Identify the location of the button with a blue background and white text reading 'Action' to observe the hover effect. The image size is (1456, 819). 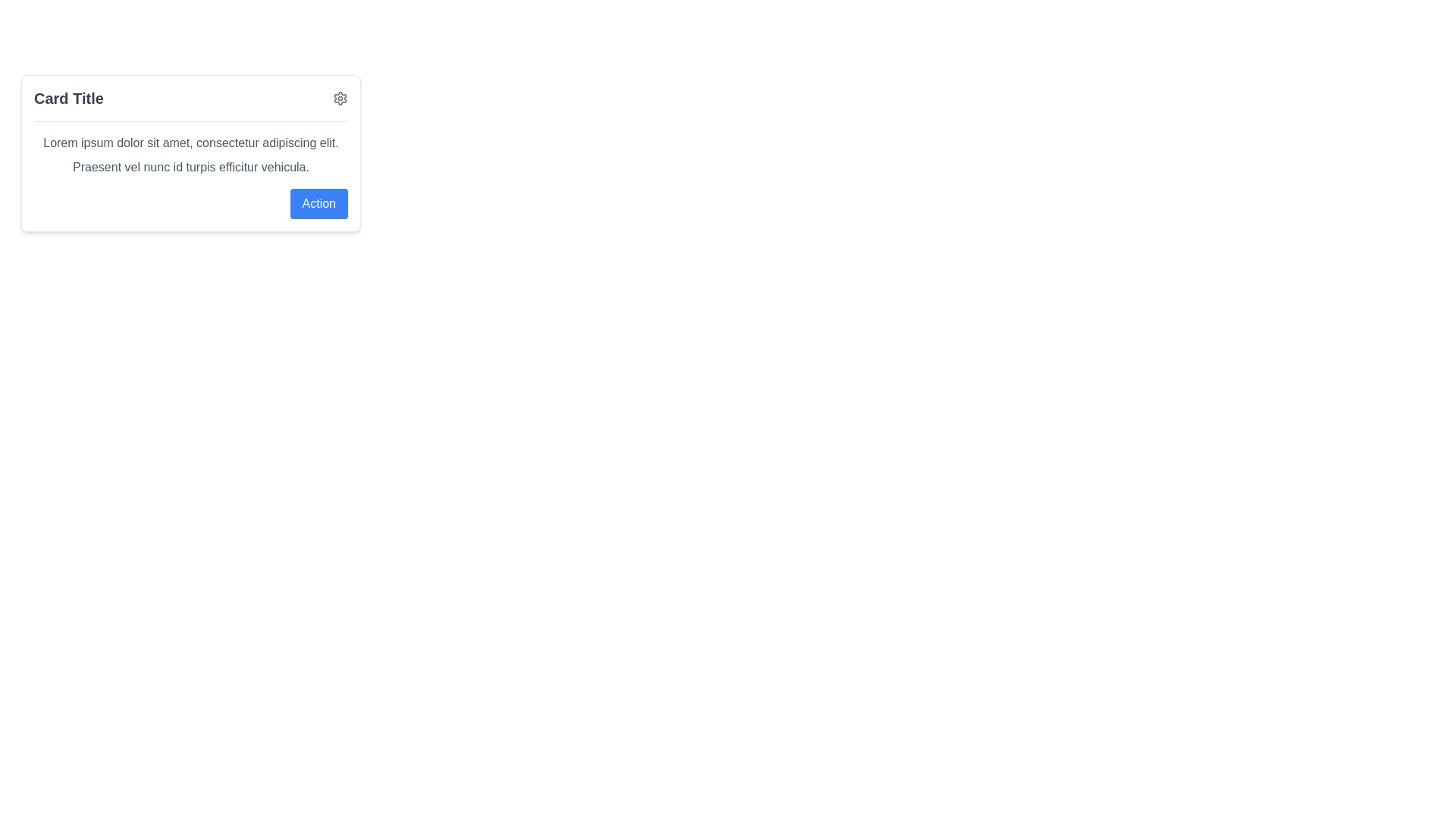
(318, 203).